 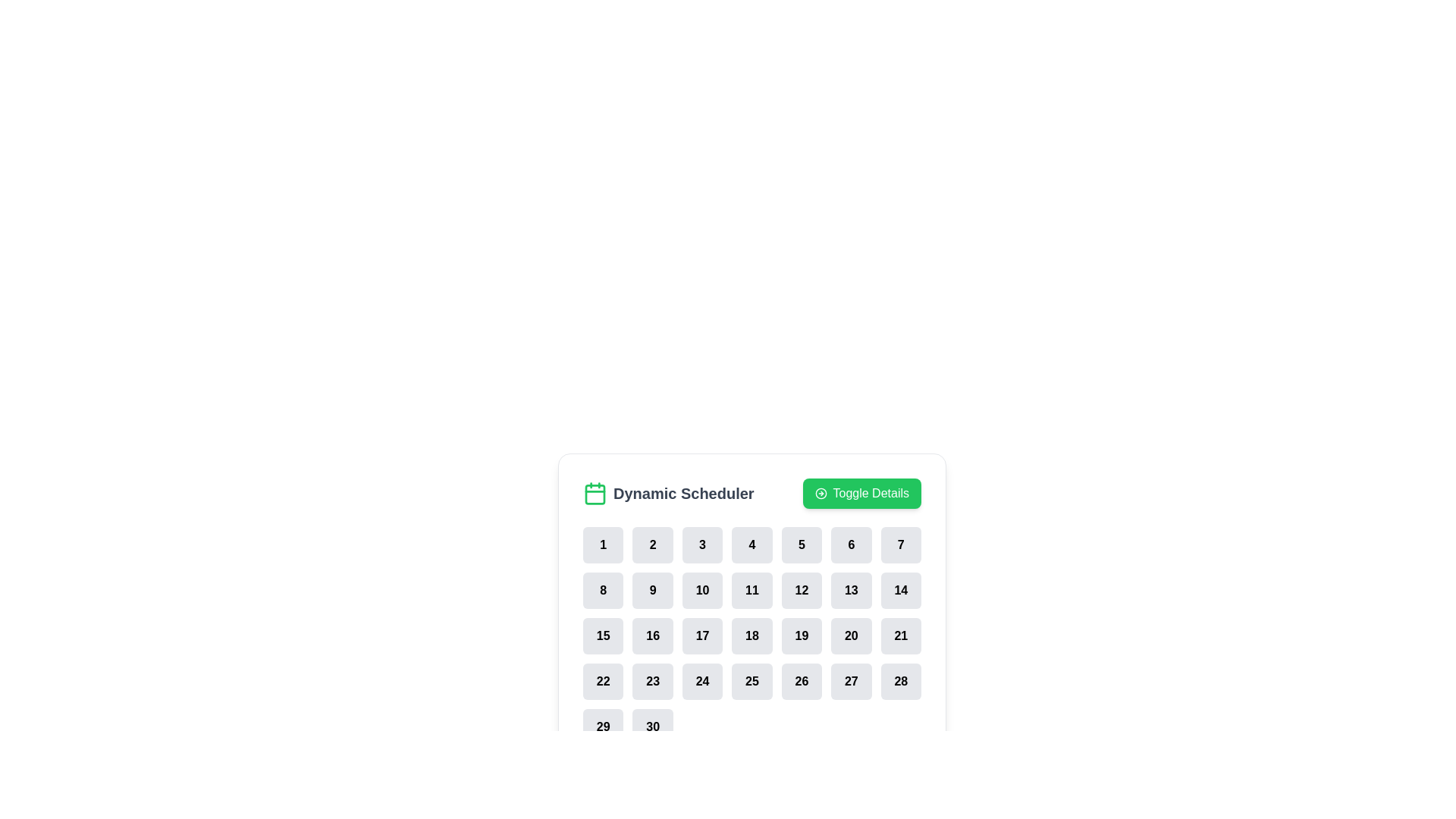 What do you see at coordinates (701, 636) in the screenshot?
I see `the rounded square button with bold black text "17" that changes its background to green when hovered, located under the header labeled "Dynamic Scheduler"` at bounding box center [701, 636].